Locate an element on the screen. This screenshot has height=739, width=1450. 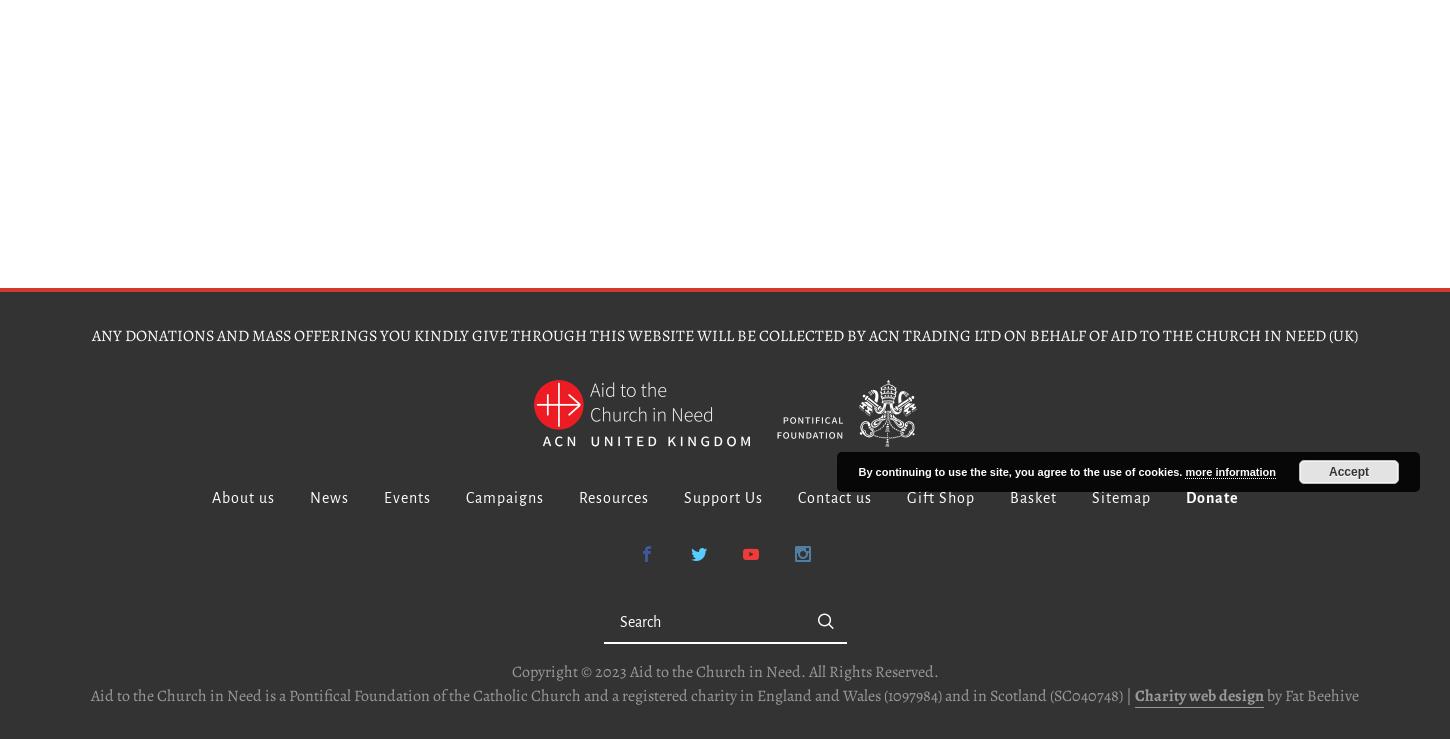
'Gift Shop' is located at coordinates (904, 497).